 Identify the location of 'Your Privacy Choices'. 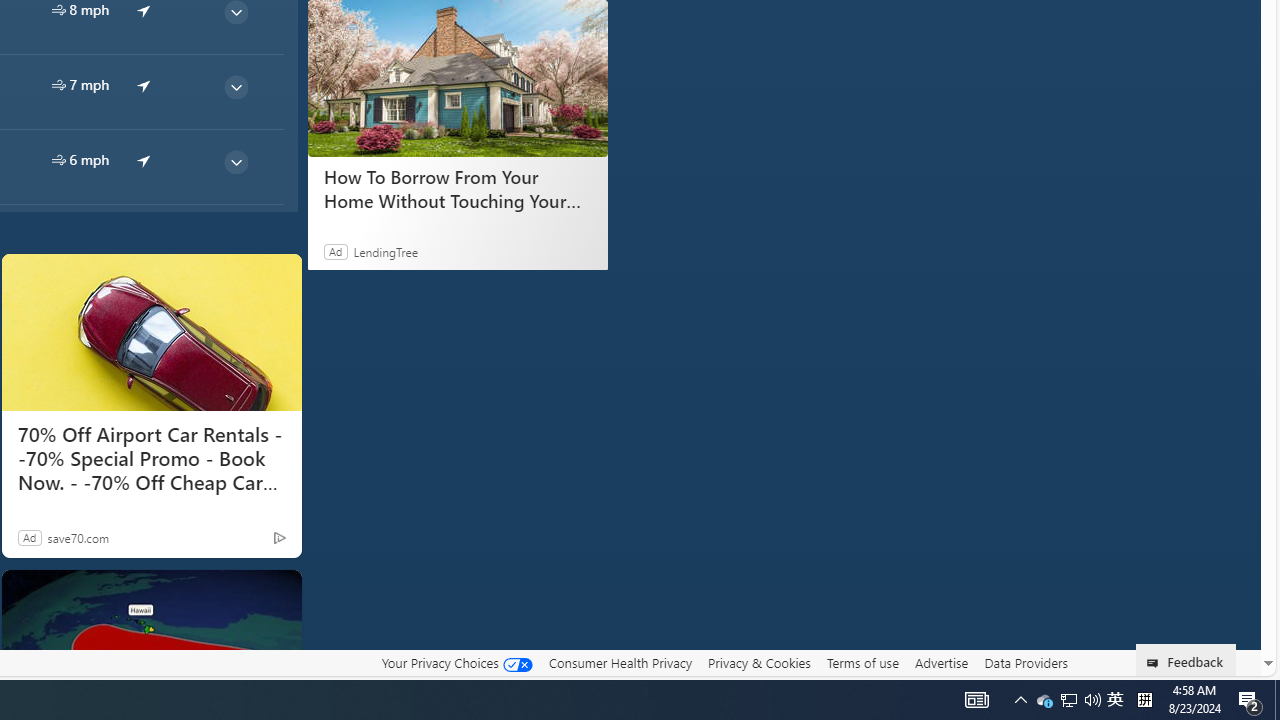
(455, 663).